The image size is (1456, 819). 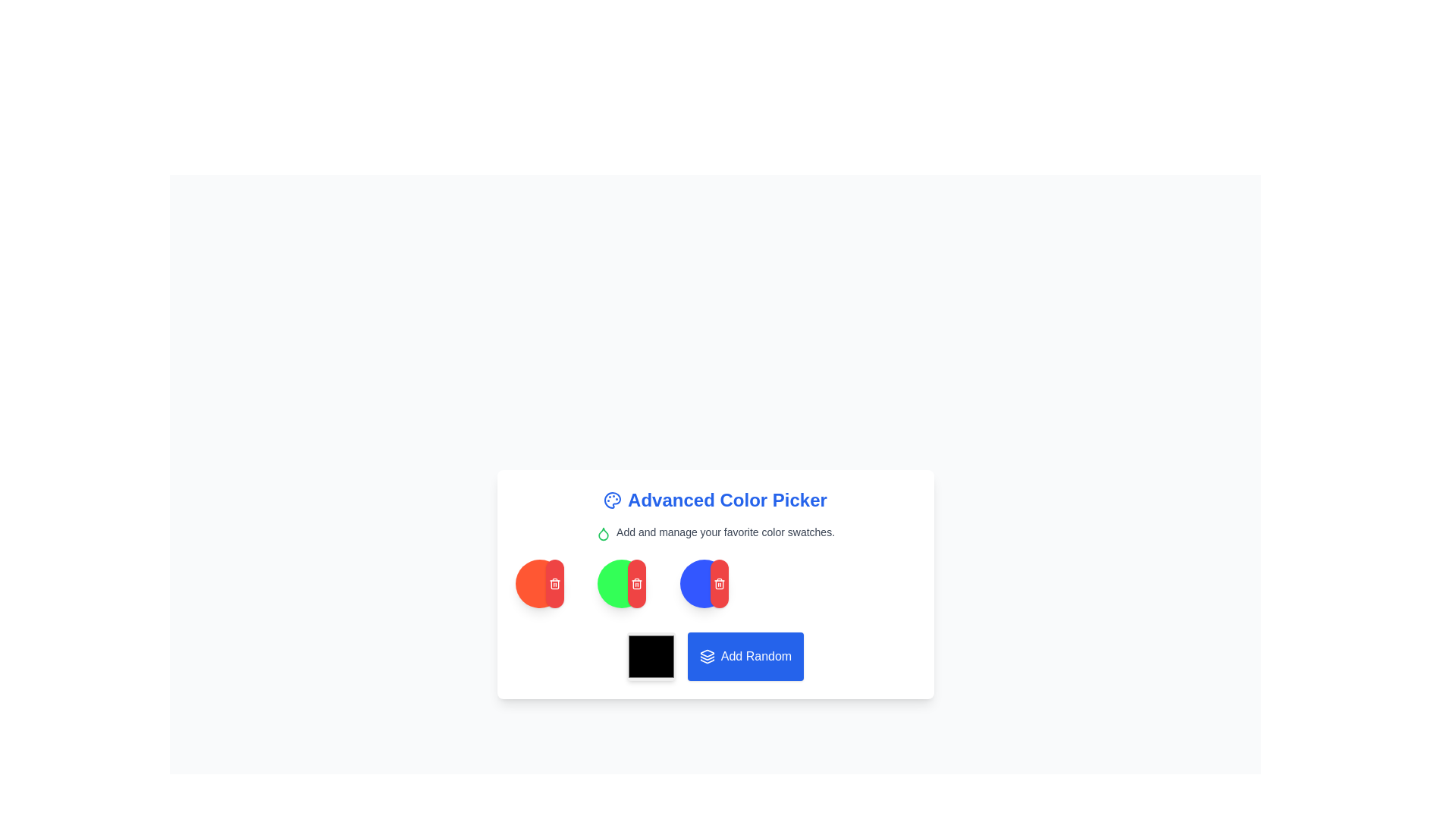 What do you see at coordinates (714, 532) in the screenshot?
I see `text label providing information about managing color swatches, located below the 'Advanced Color Picker' heading and above the color swatches section` at bounding box center [714, 532].